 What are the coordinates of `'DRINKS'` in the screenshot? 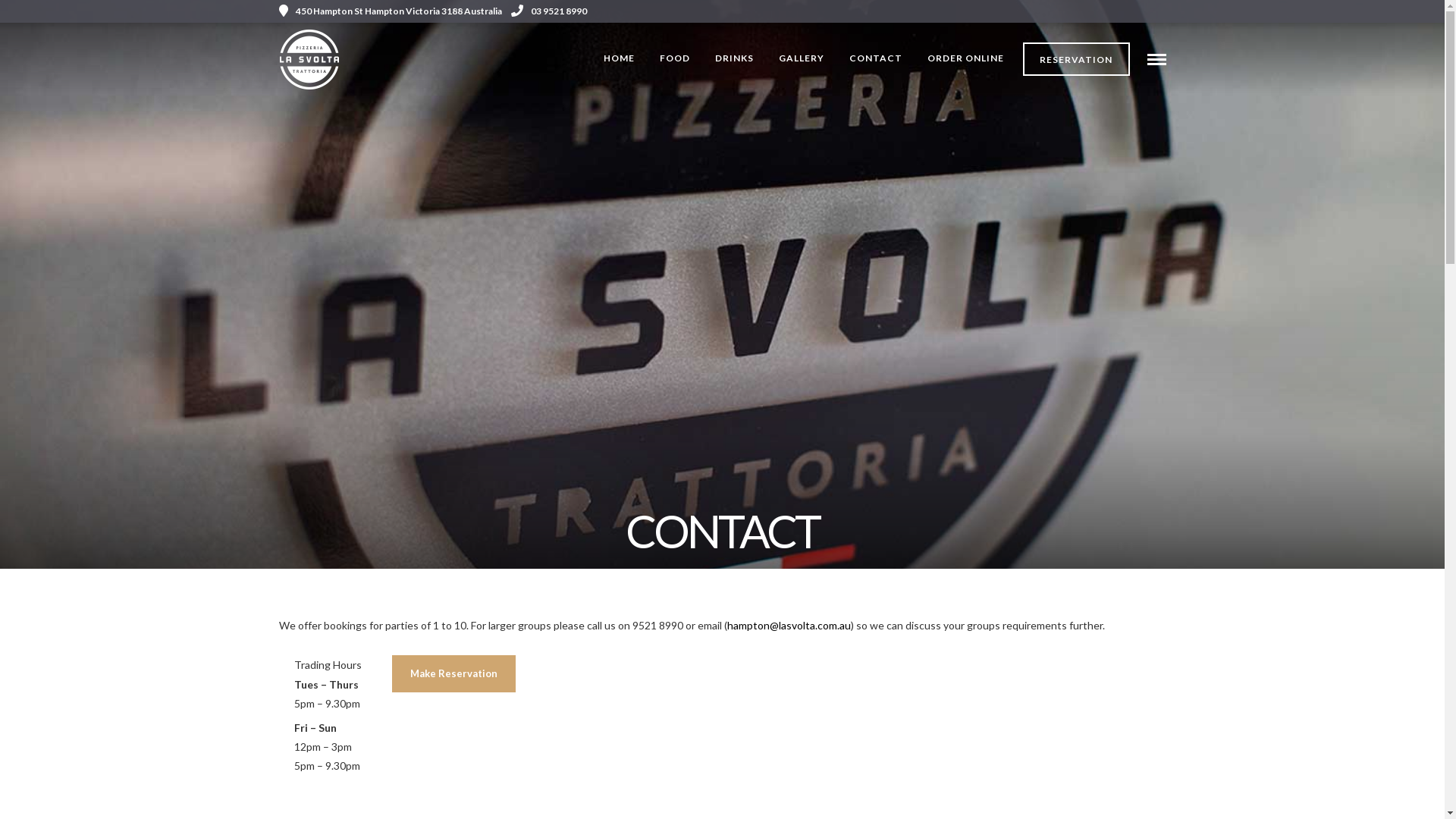 It's located at (734, 58).